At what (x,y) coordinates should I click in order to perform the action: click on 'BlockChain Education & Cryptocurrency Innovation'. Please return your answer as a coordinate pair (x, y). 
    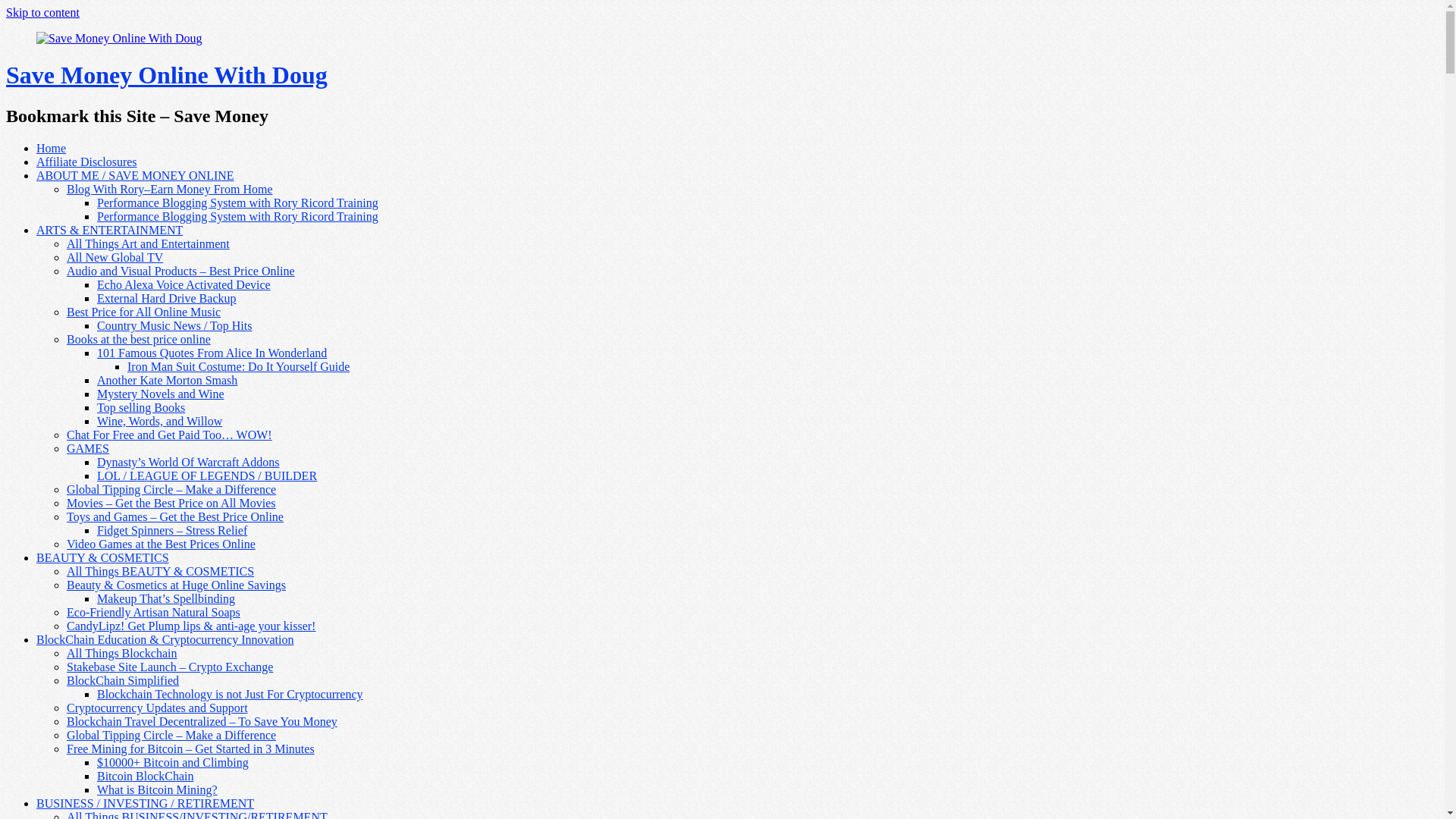
    Looking at the image, I should click on (165, 639).